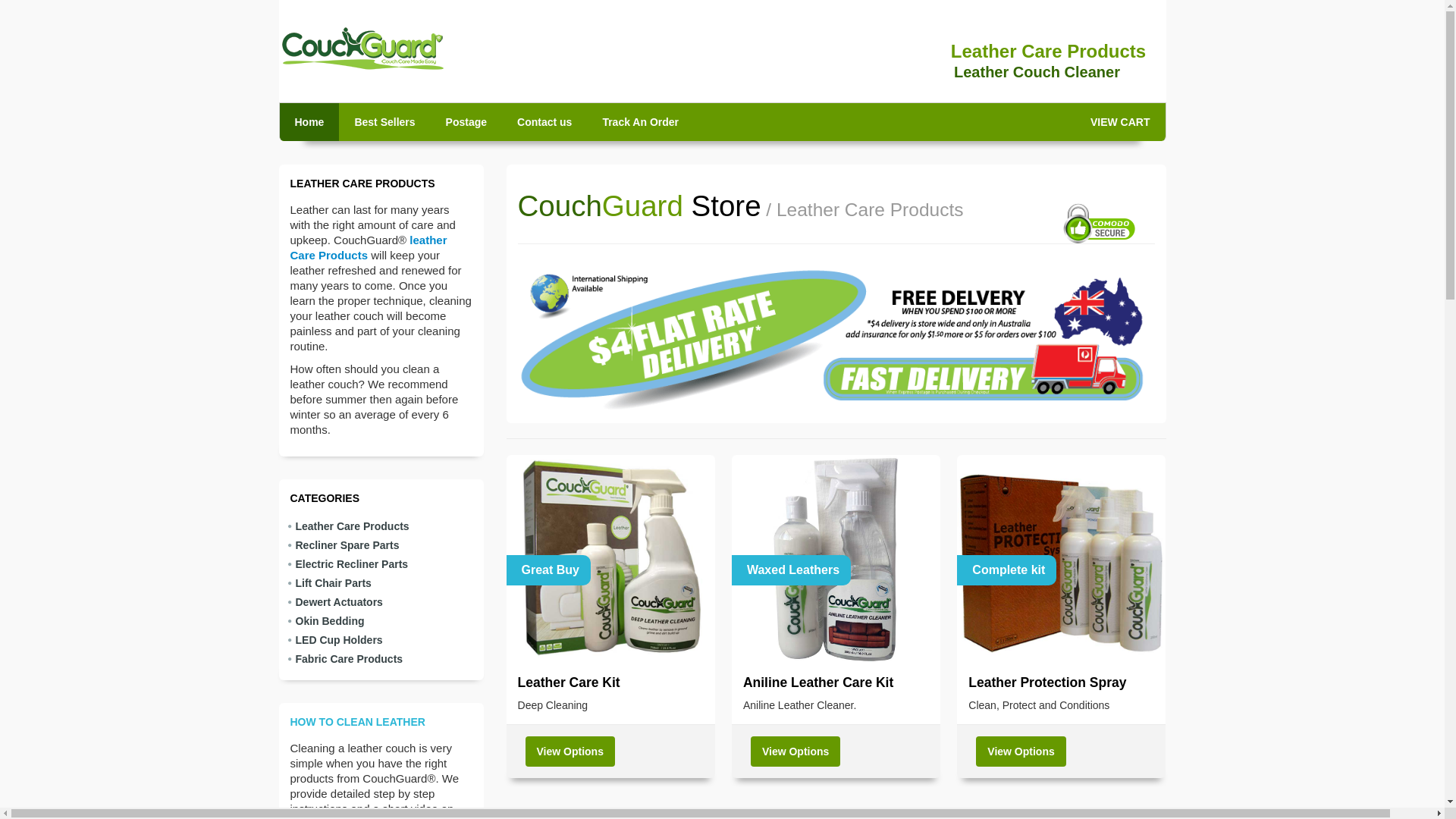 This screenshot has height=819, width=1456. What do you see at coordinates (308, 121) in the screenshot?
I see `'Home'` at bounding box center [308, 121].